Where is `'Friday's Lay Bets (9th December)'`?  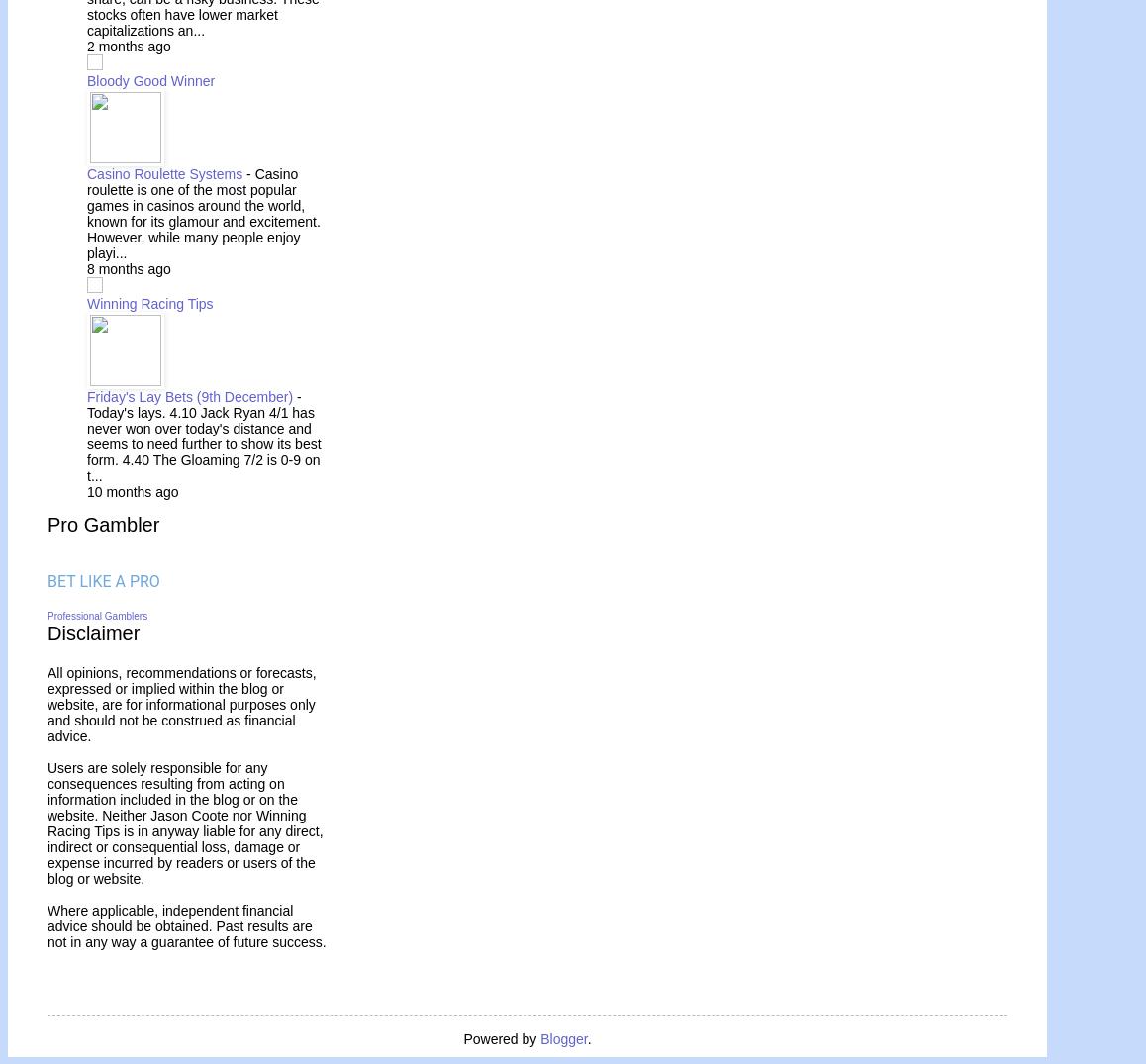
'Friday's Lay Bets (9th December)' is located at coordinates (191, 395).